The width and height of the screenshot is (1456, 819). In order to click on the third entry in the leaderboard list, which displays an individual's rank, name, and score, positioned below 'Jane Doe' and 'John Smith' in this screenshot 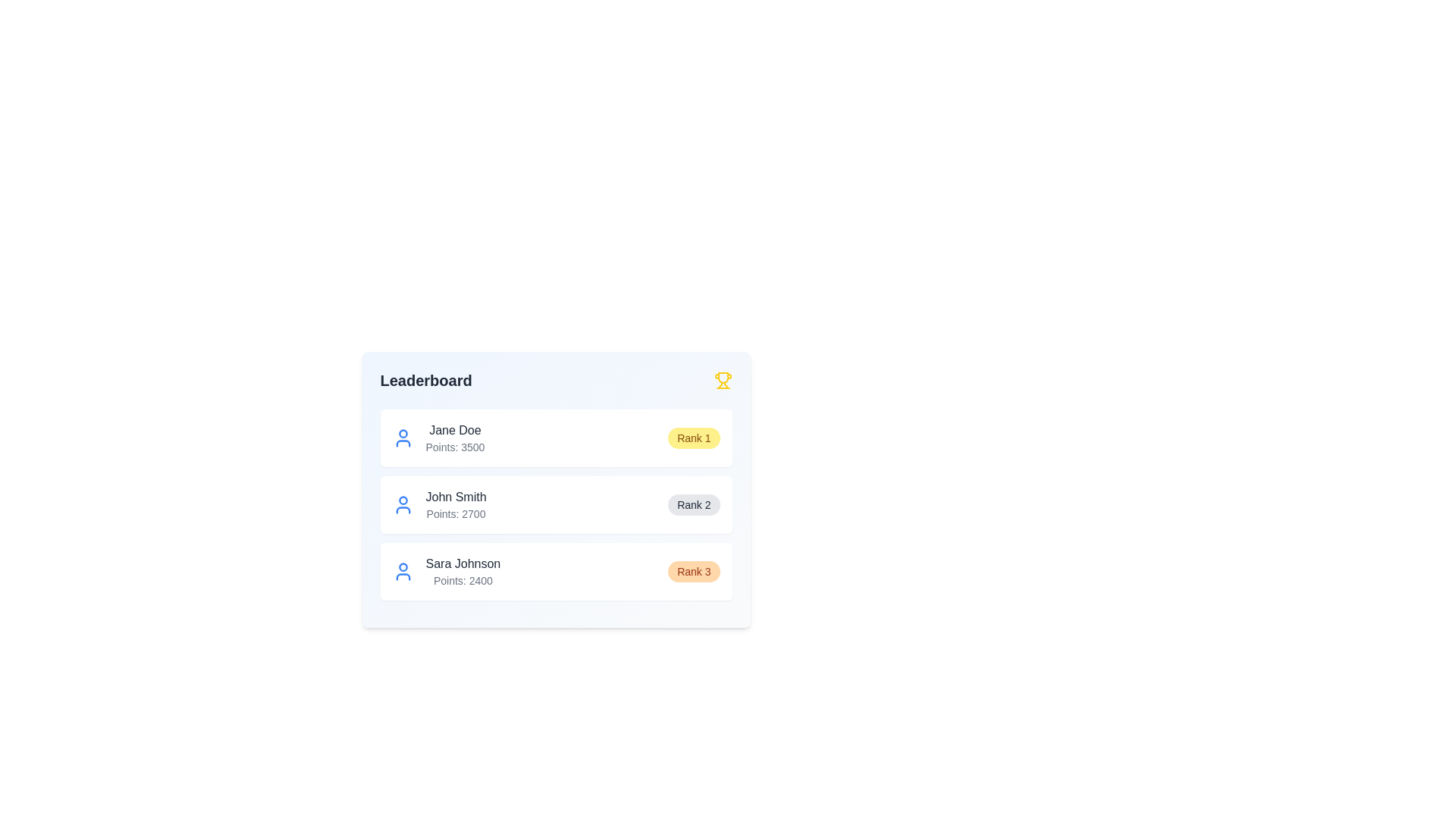, I will do `click(555, 571)`.